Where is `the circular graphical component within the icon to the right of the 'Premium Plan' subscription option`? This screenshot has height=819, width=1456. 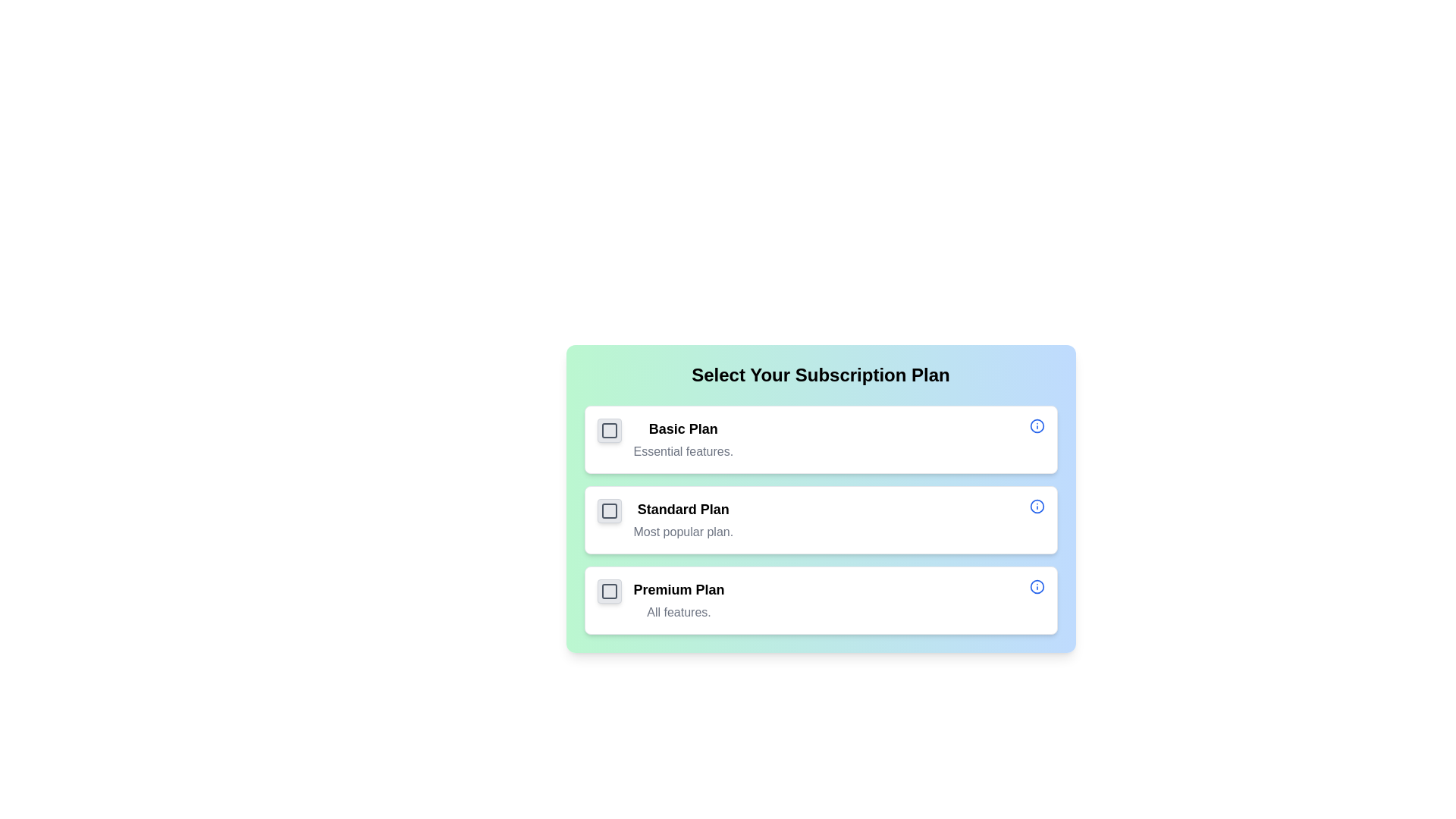
the circular graphical component within the icon to the right of the 'Premium Plan' subscription option is located at coordinates (1036, 586).